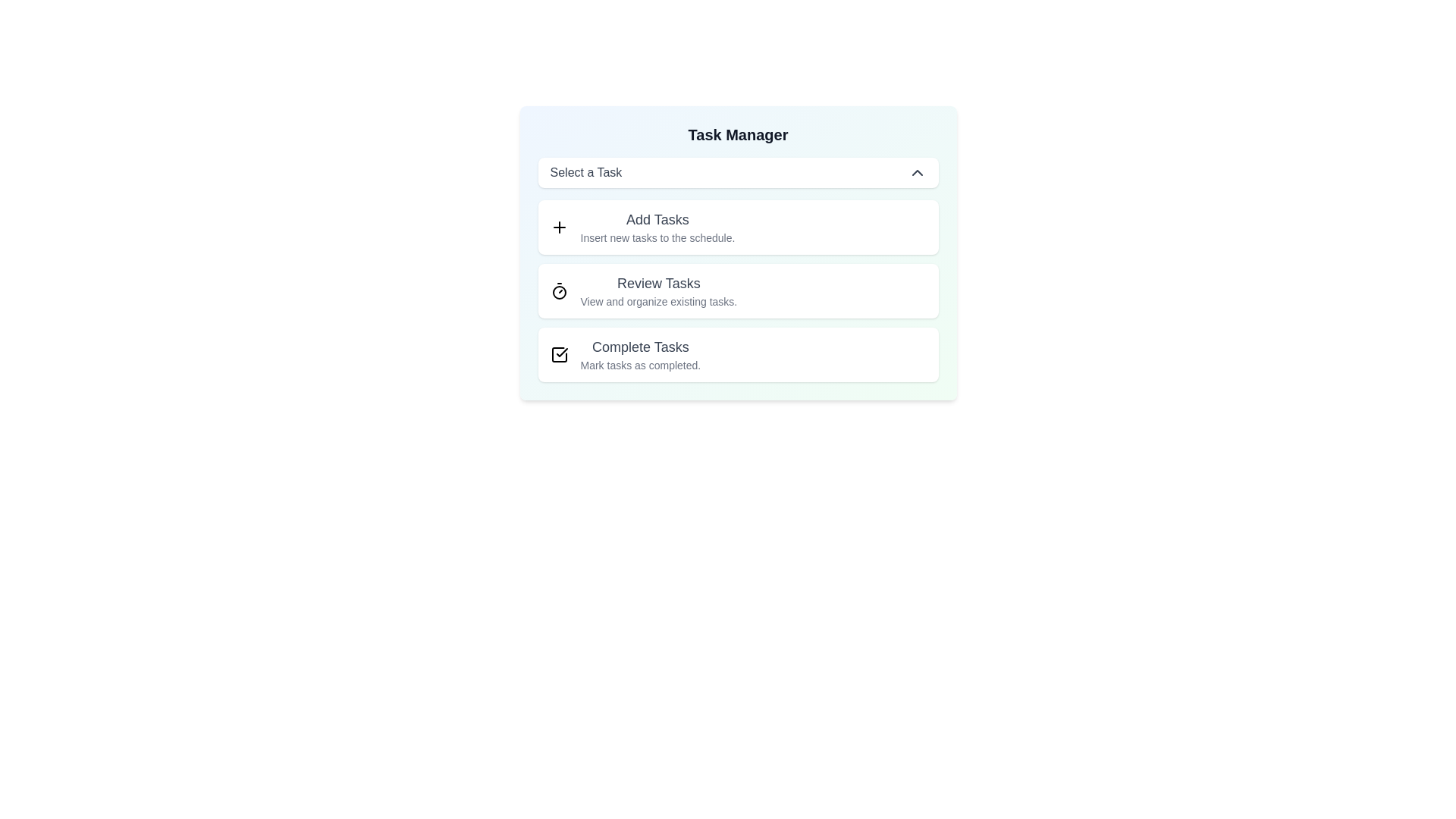 The height and width of the screenshot is (819, 1456). Describe the element at coordinates (916, 171) in the screenshot. I see `the dropdown toggle button to toggle the menu` at that location.